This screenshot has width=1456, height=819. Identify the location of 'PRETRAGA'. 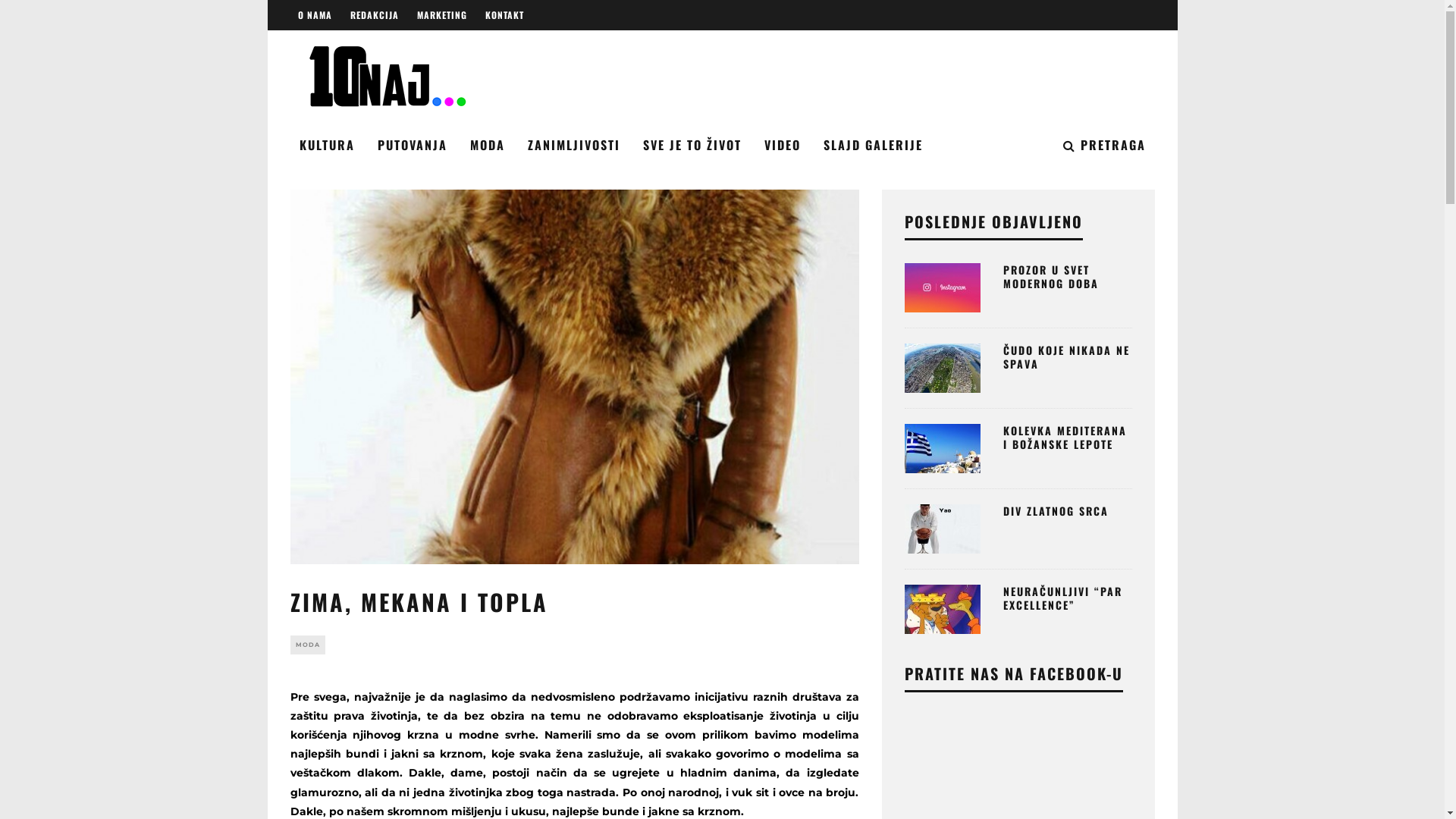
(1053, 145).